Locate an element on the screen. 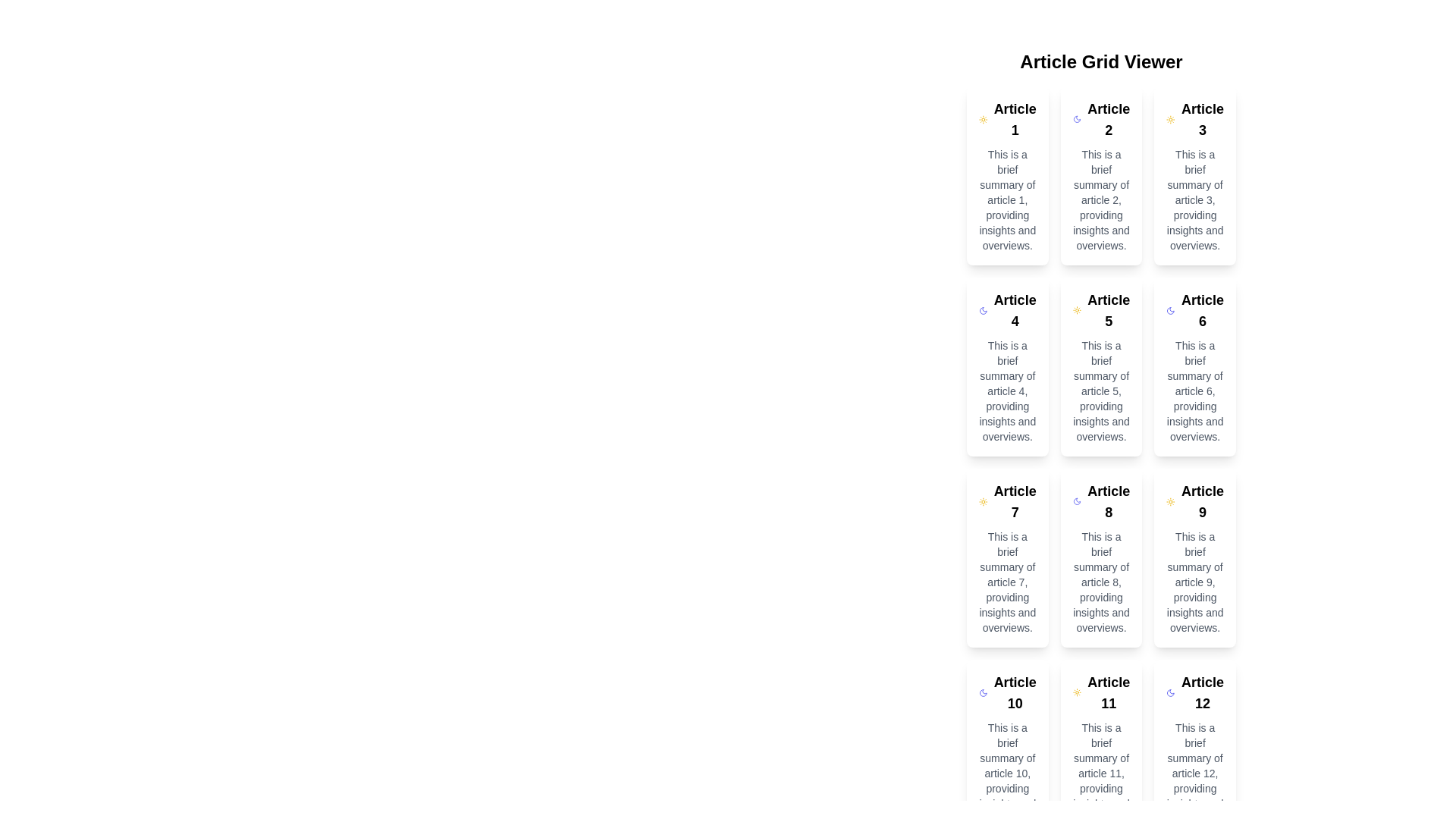 This screenshot has width=1456, height=819. the fifth card in the grid layout, which has a white background, rounded corners, and contains a title and a sun icon is located at coordinates (1101, 366).